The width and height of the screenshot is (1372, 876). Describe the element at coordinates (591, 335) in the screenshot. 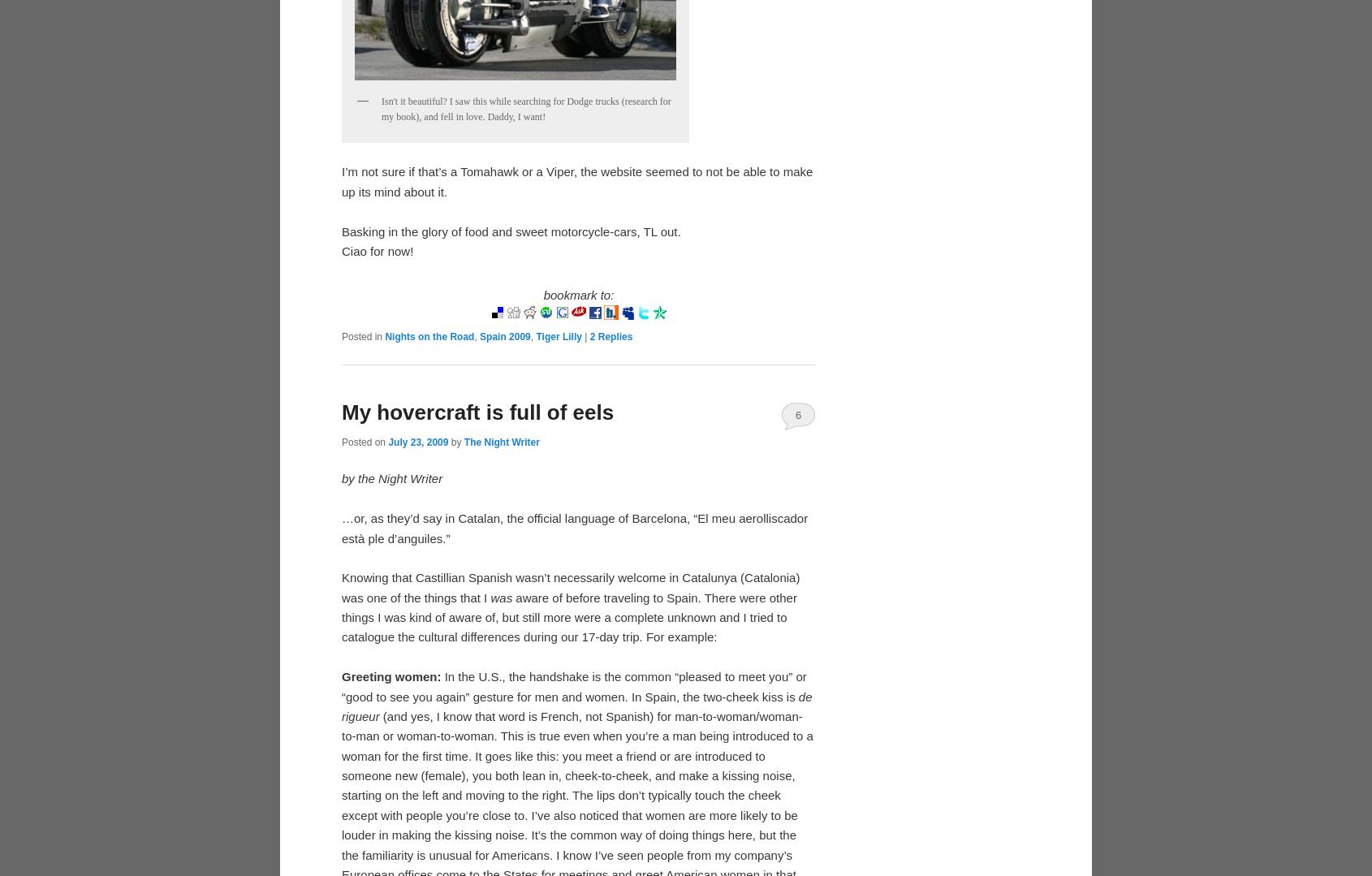

I see `'2'` at that location.